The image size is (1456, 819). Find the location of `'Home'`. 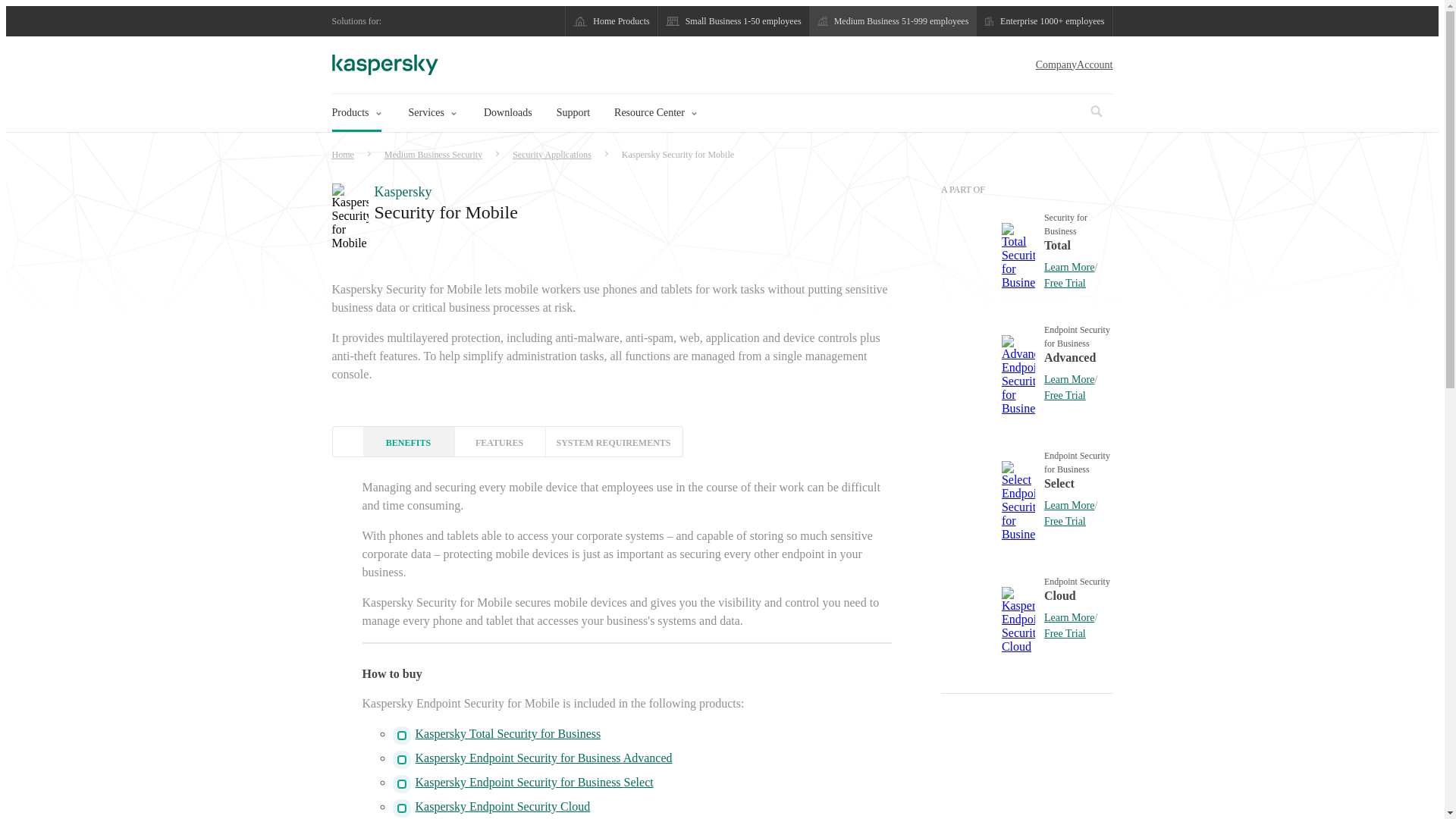

'Home' is located at coordinates (342, 154).